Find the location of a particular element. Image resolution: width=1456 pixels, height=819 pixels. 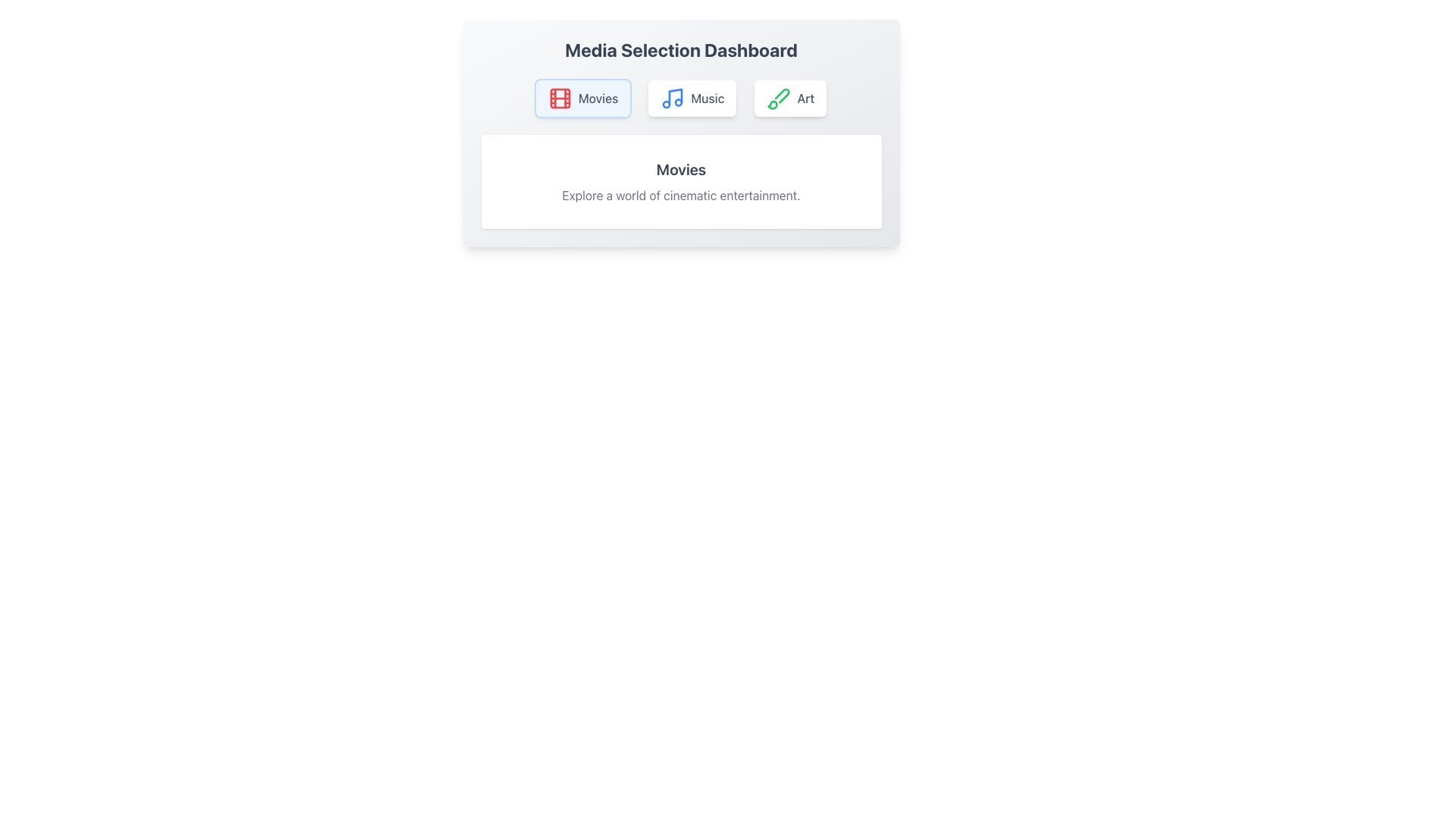

the 'Movies' button, which features a film reel icon and is positioned on the left side of a group of three buttons in the Media Selection Dashboard is located at coordinates (582, 99).